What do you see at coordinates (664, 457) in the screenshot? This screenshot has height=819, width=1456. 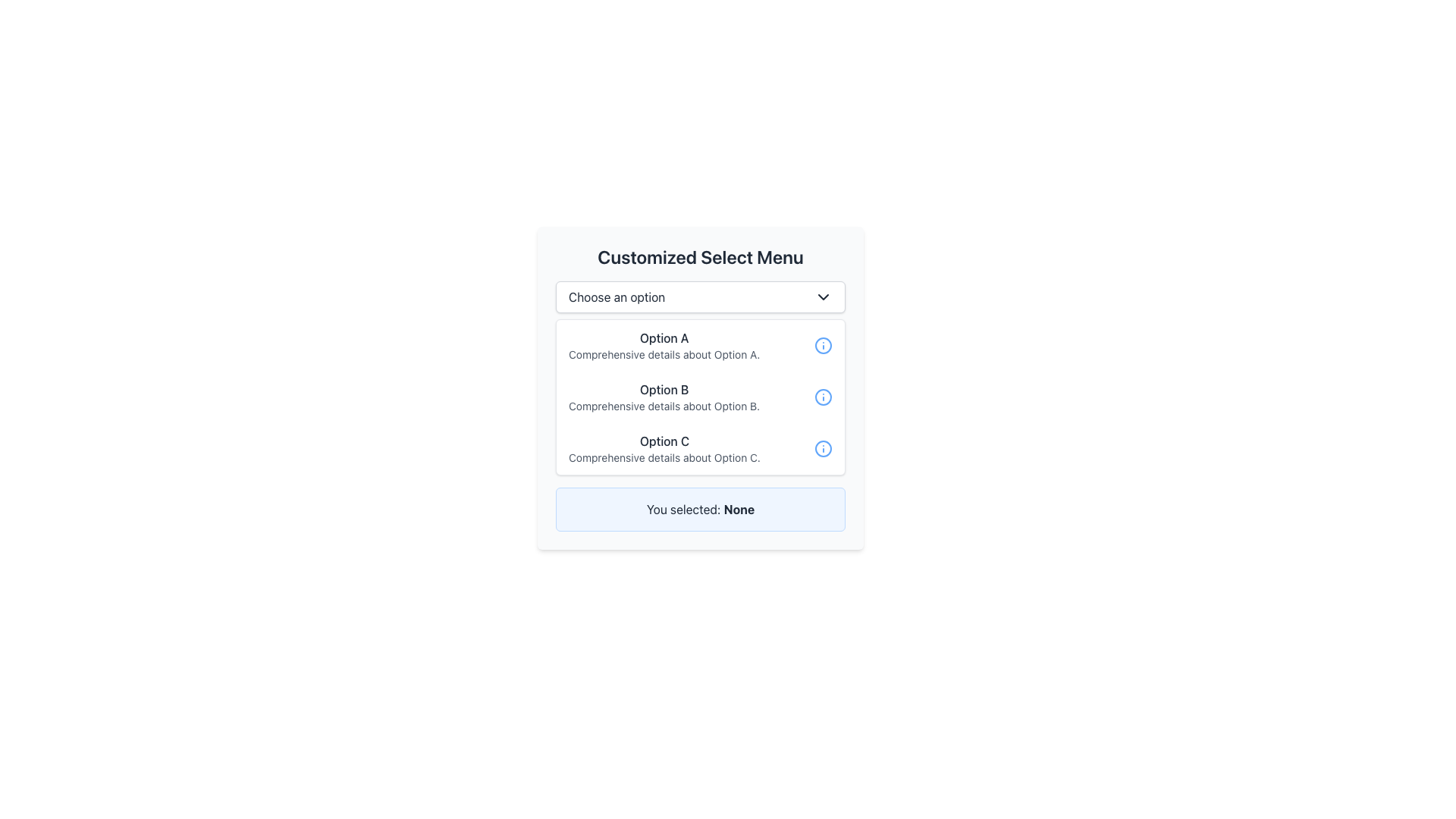 I see `the descriptive text label located directly below the title 'Option C', which provides additional information for the third option in the list` at bounding box center [664, 457].